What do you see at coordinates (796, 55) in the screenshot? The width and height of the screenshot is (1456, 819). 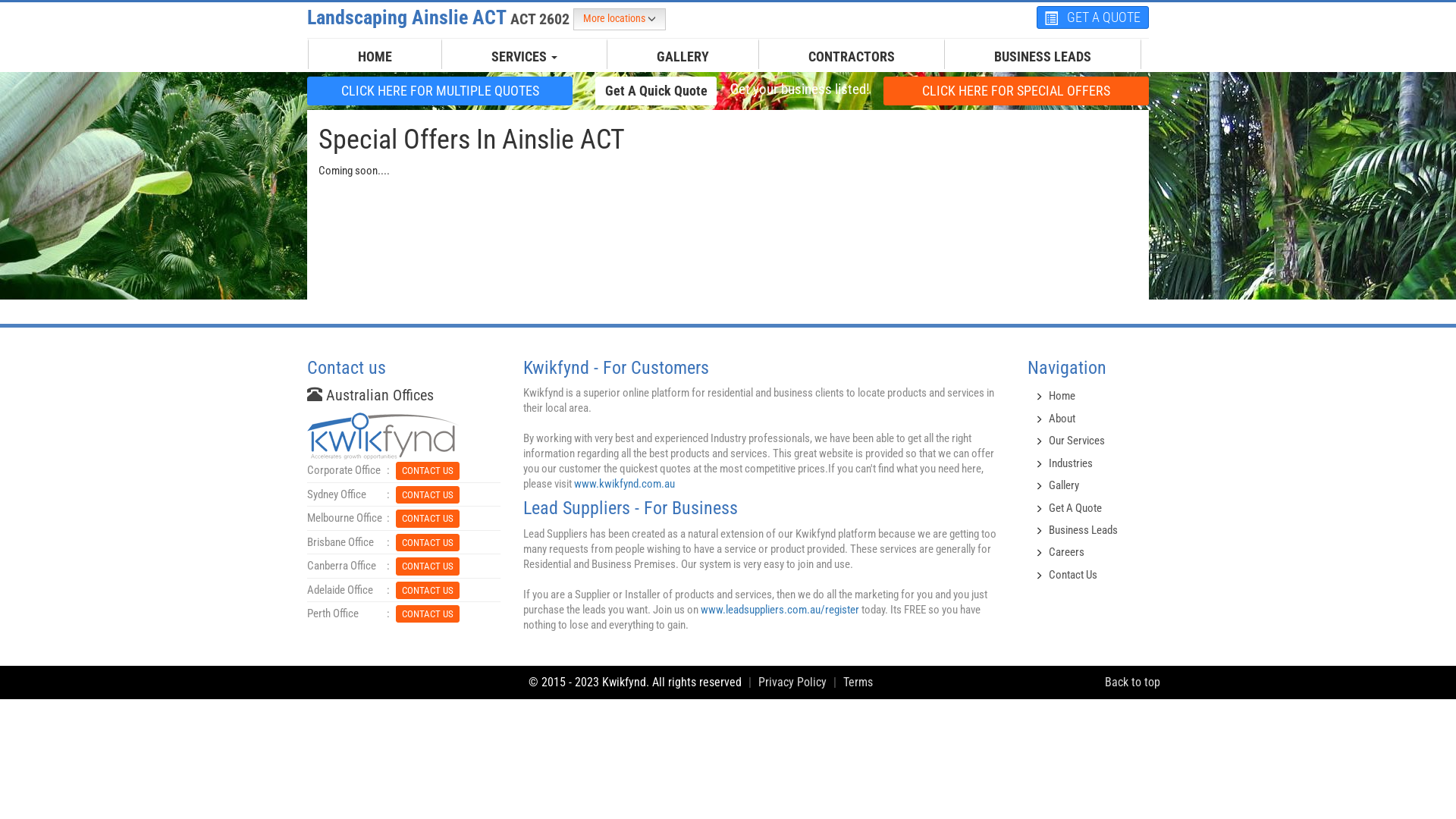 I see `'CONTRACTORS'` at bounding box center [796, 55].